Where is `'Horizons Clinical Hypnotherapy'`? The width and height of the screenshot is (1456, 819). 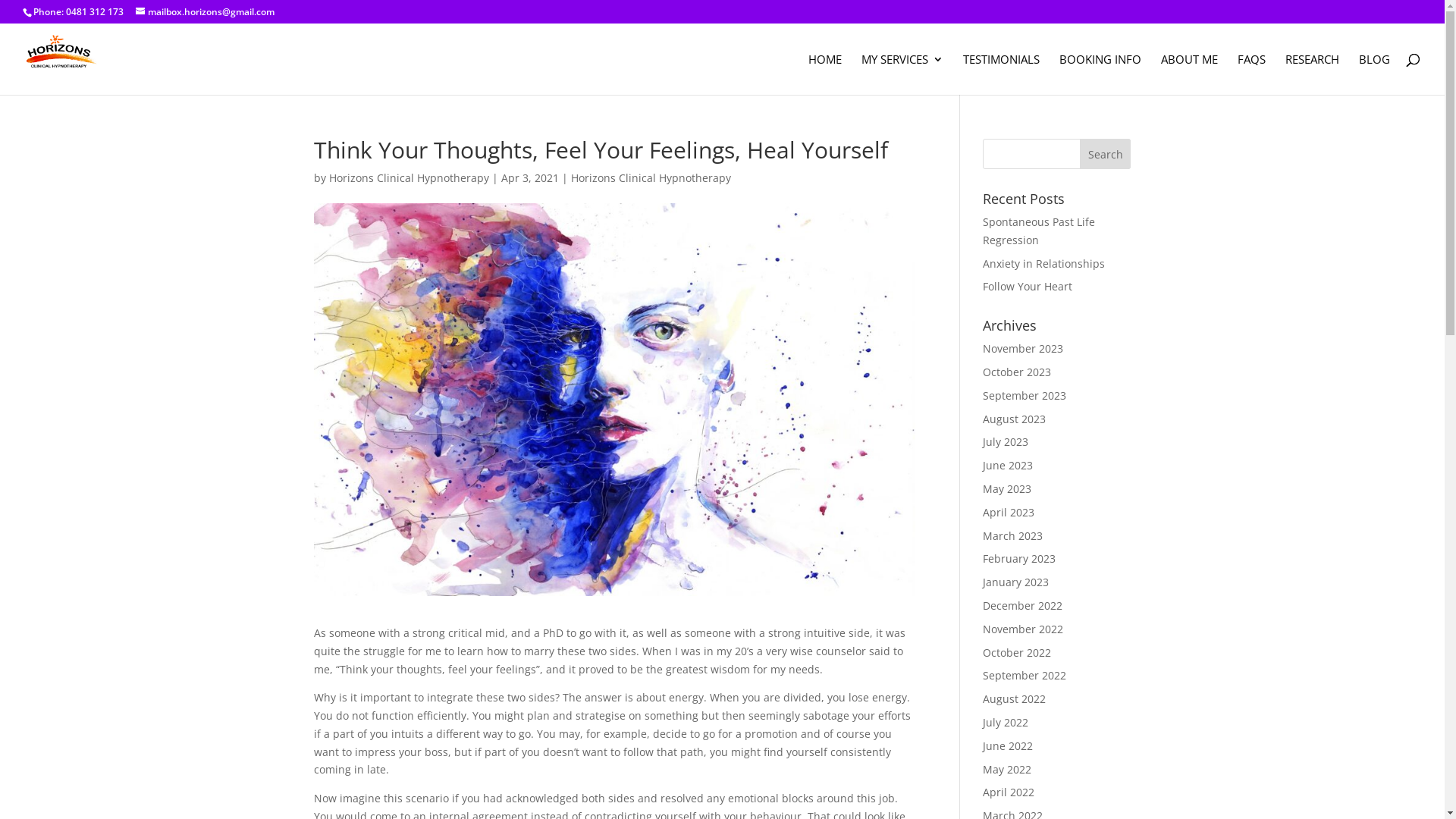 'Horizons Clinical Hypnotherapy' is located at coordinates (570, 177).